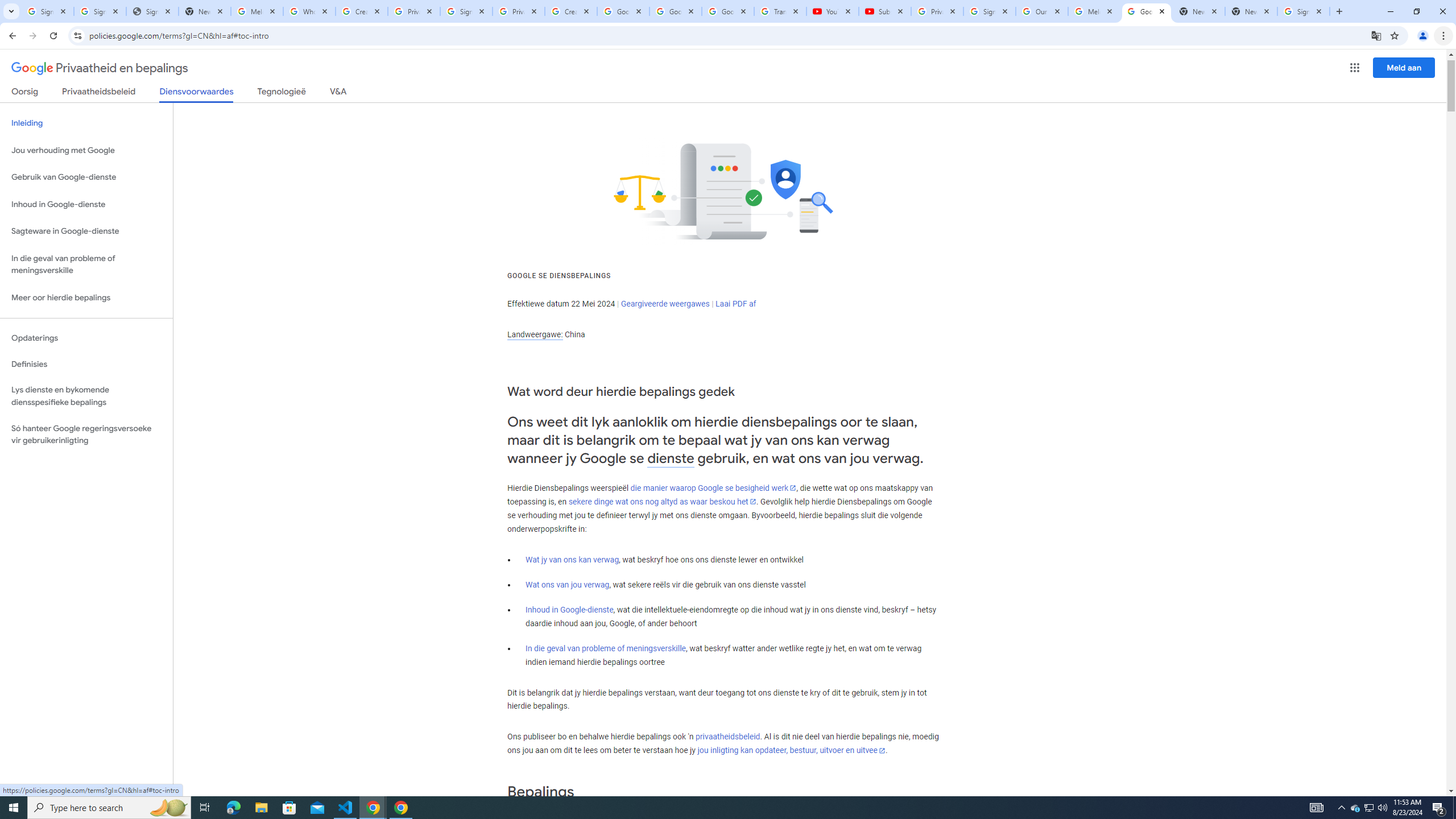 This screenshot has width=1456, height=819. Describe the element at coordinates (86, 363) in the screenshot. I see `'Definisies'` at that location.